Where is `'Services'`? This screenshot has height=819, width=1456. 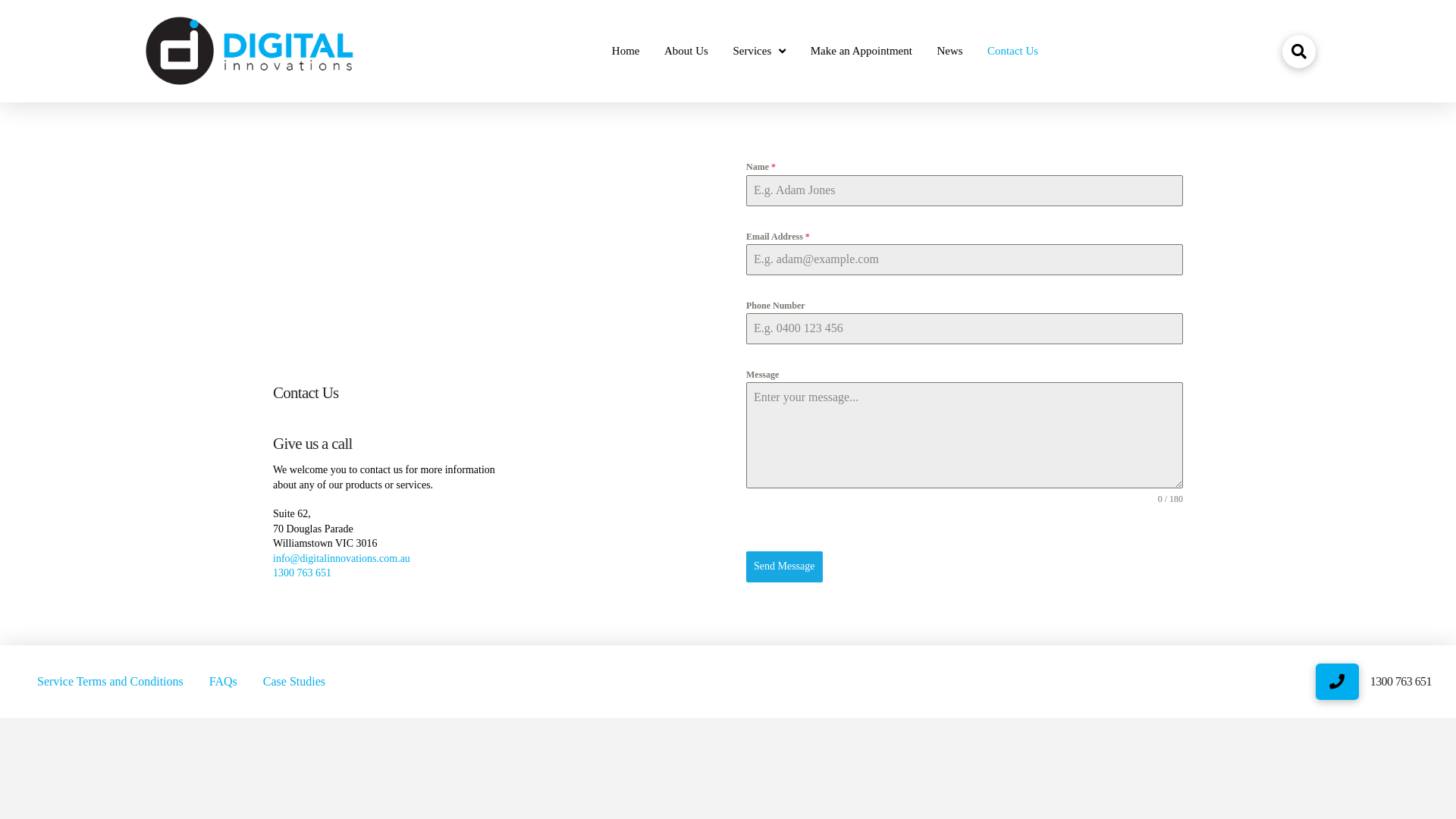
'Services' is located at coordinates (759, 51).